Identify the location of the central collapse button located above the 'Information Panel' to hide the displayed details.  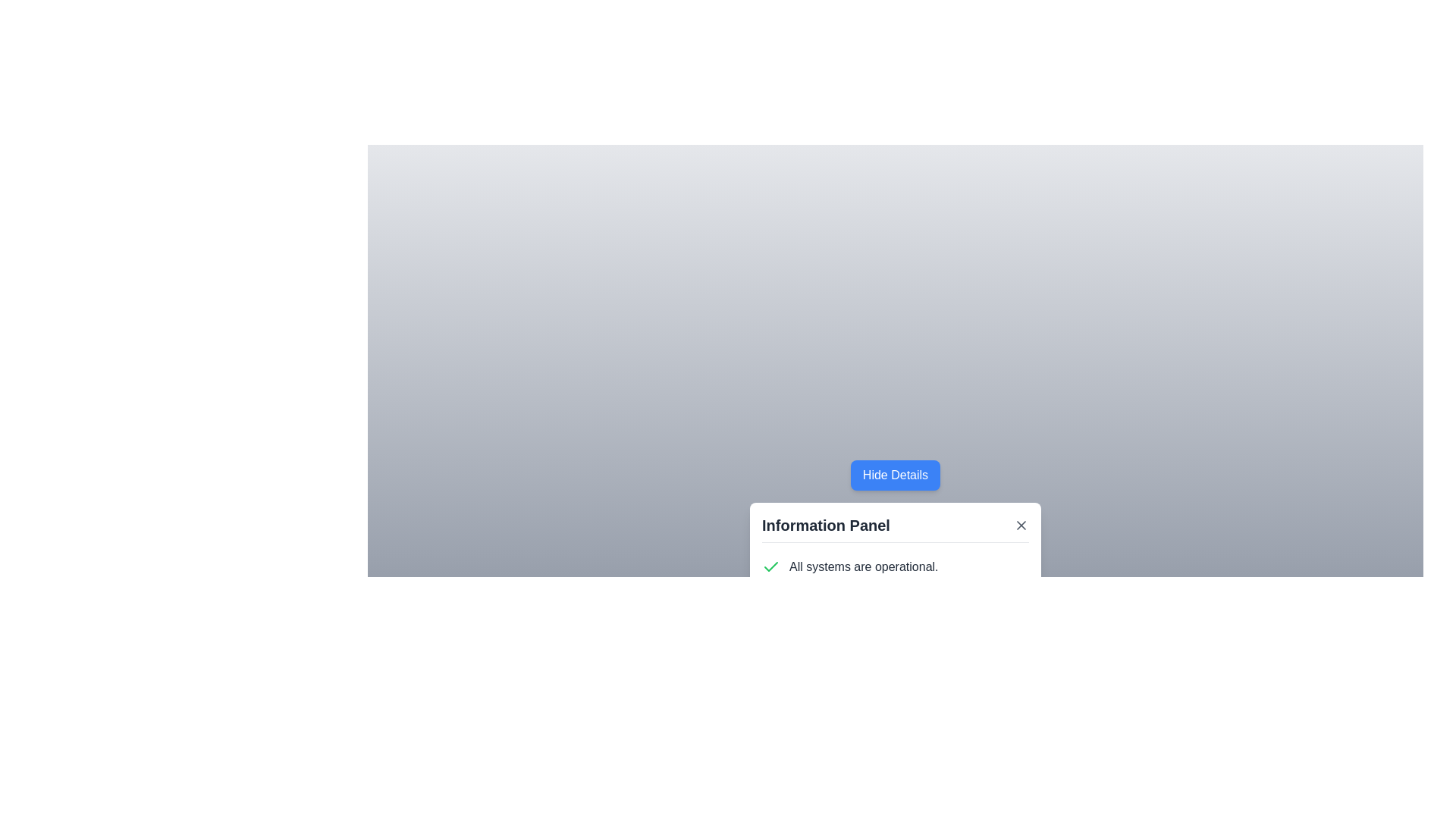
(895, 474).